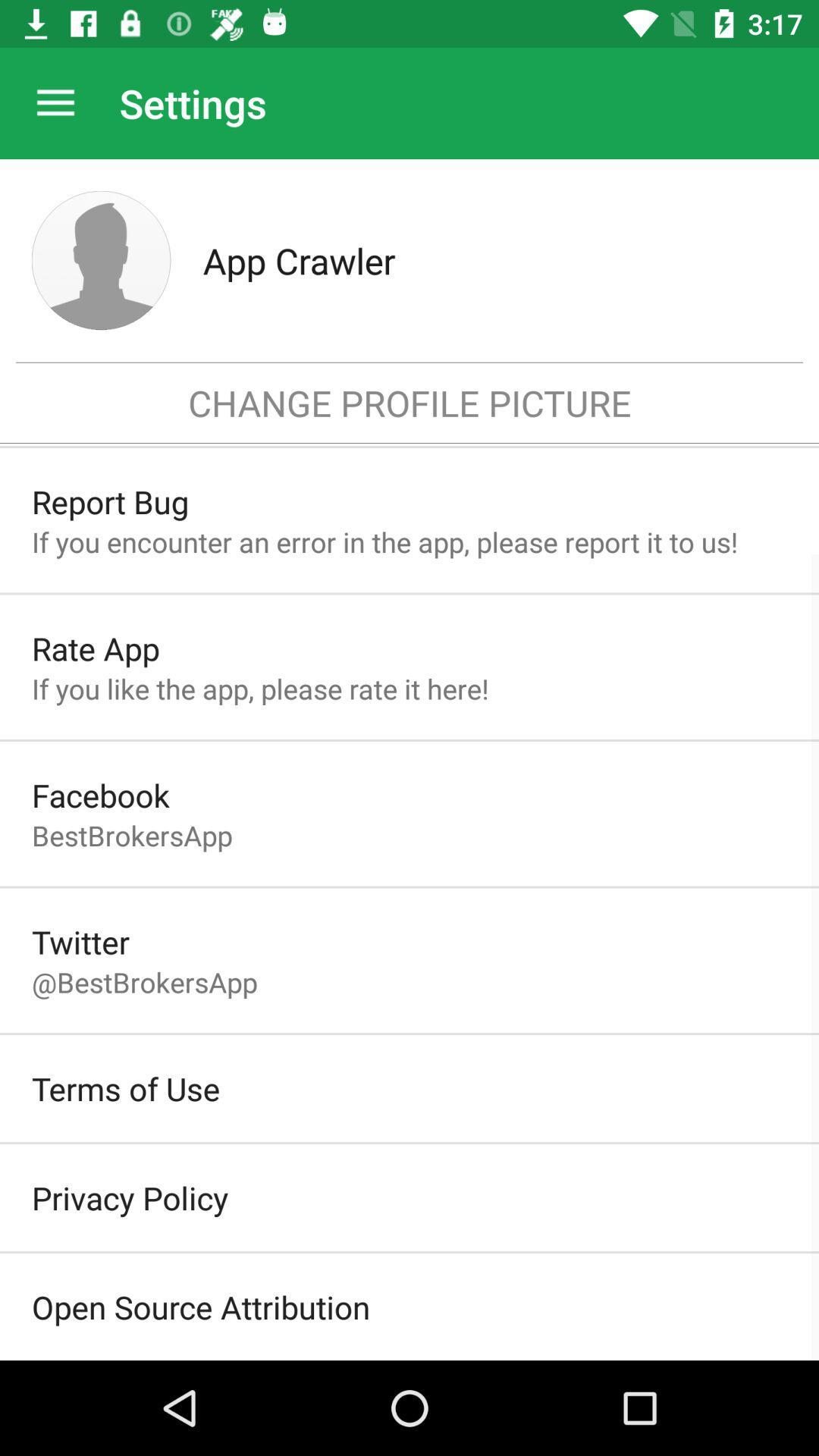  What do you see at coordinates (55, 102) in the screenshot?
I see `the icon to the left of settings icon` at bounding box center [55, 102].